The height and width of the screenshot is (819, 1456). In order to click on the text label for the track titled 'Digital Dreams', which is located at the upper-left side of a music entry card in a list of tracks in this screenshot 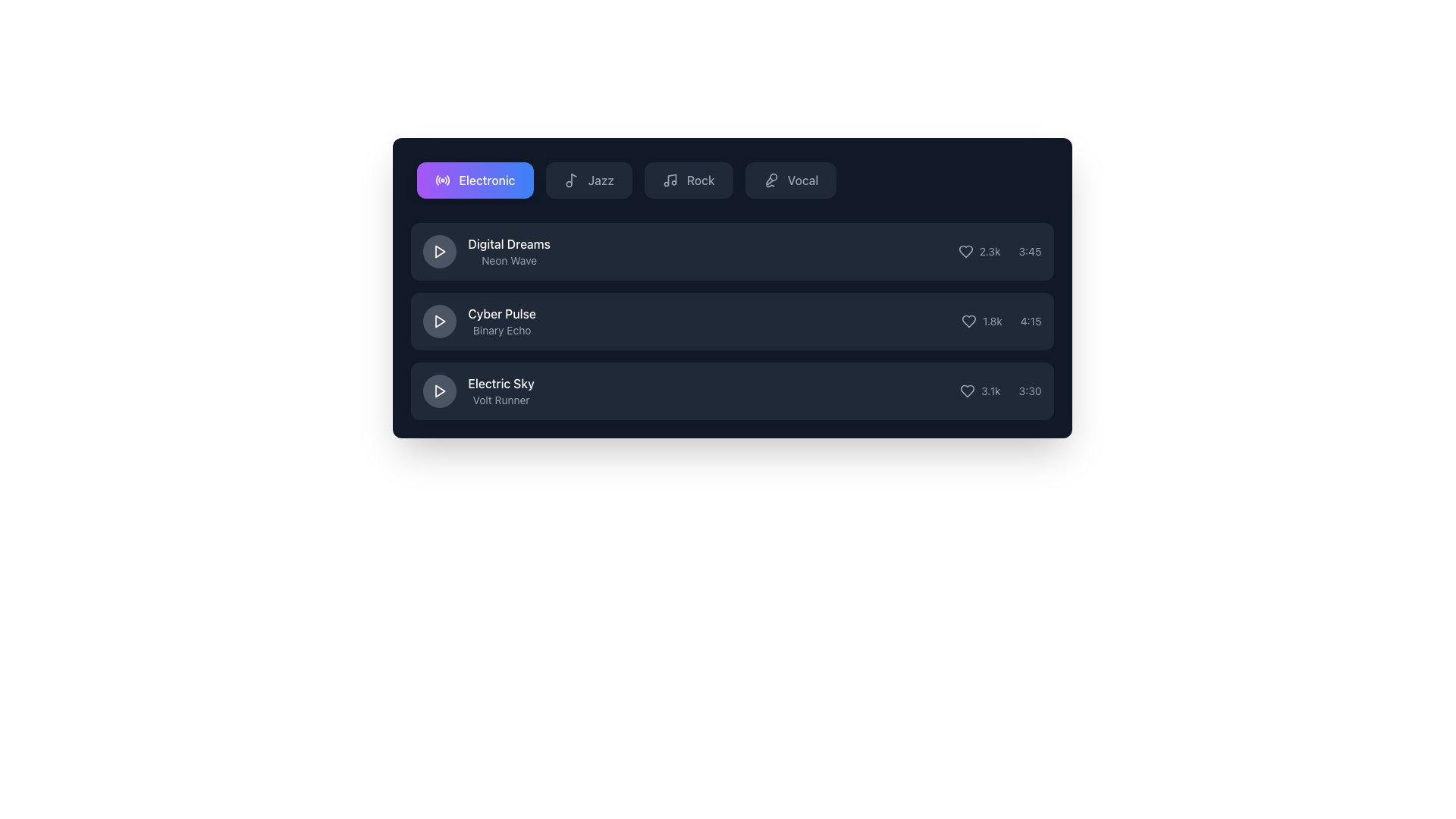, I will do `click(509, 243)`.